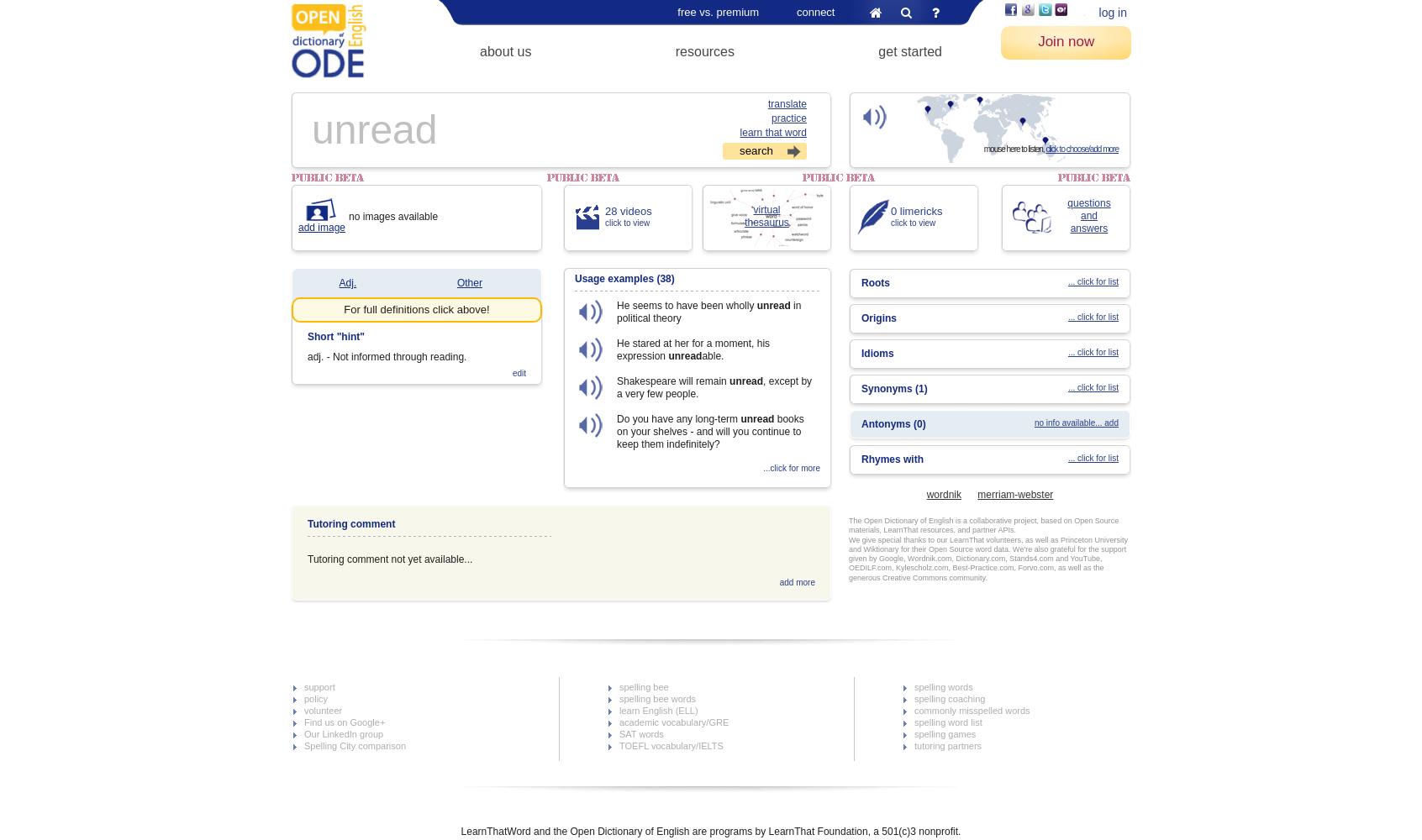 Image resolution: width=1422 pixels, height=840 pixels. Describe the element at coordinates (1088, 216) in the screenshot. I see `'and'` at that location.